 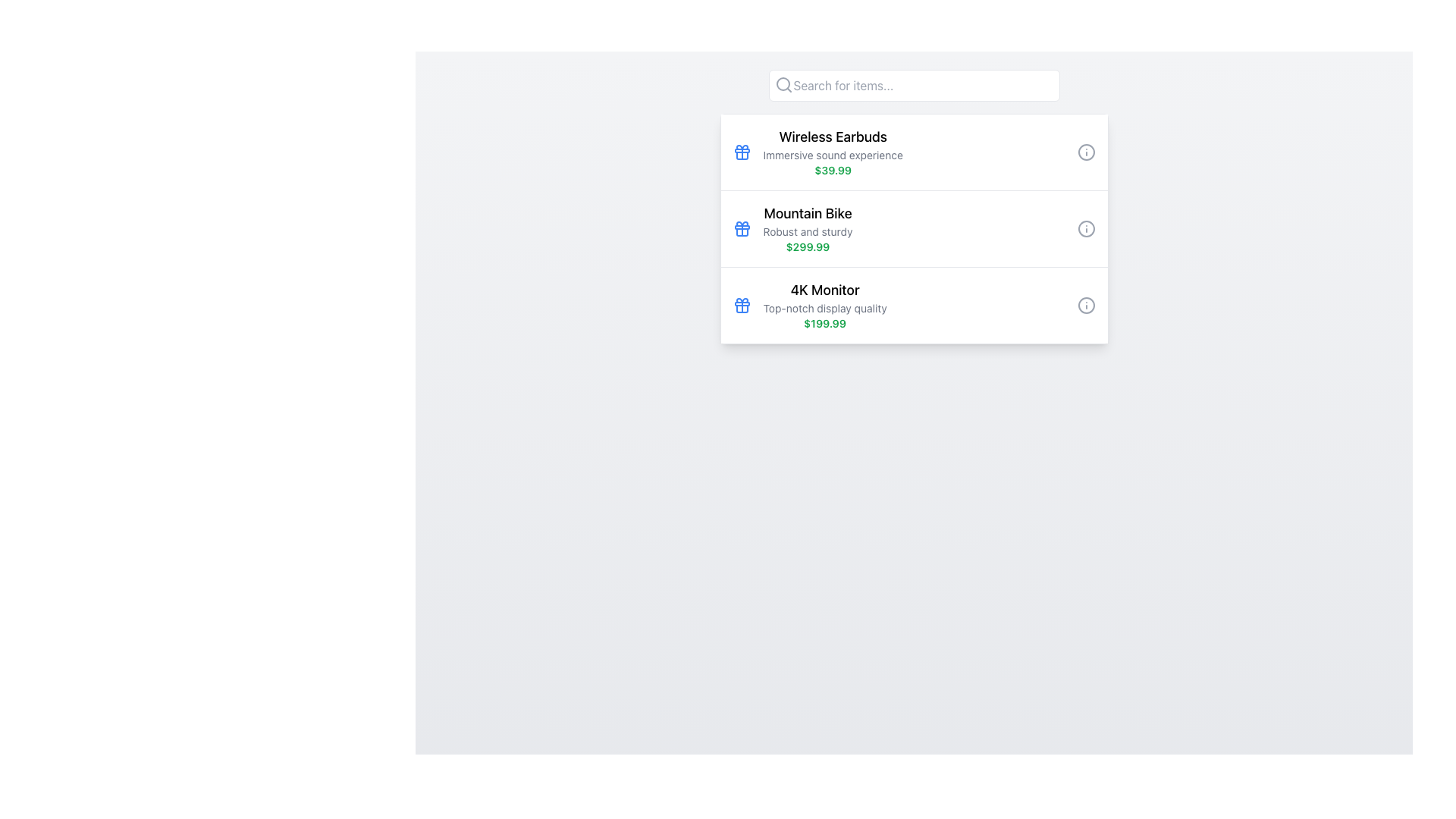 What do you see at coordinates (742, 228) in the screenshot?
I see `the blue gift icon located to the left of the bold 'Mountain Bike' text in the vertical list component` at bounding box center [742, 228].